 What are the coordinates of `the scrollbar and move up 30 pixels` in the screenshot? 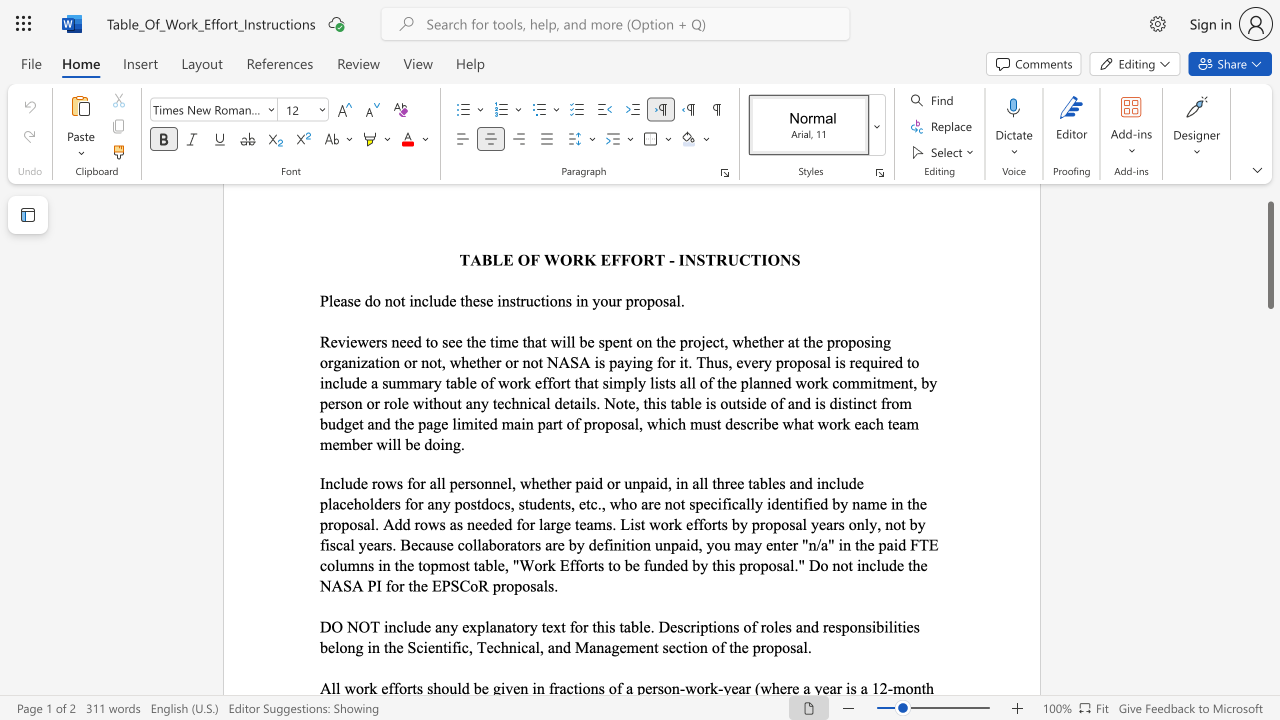 It's located at (1269, 254).